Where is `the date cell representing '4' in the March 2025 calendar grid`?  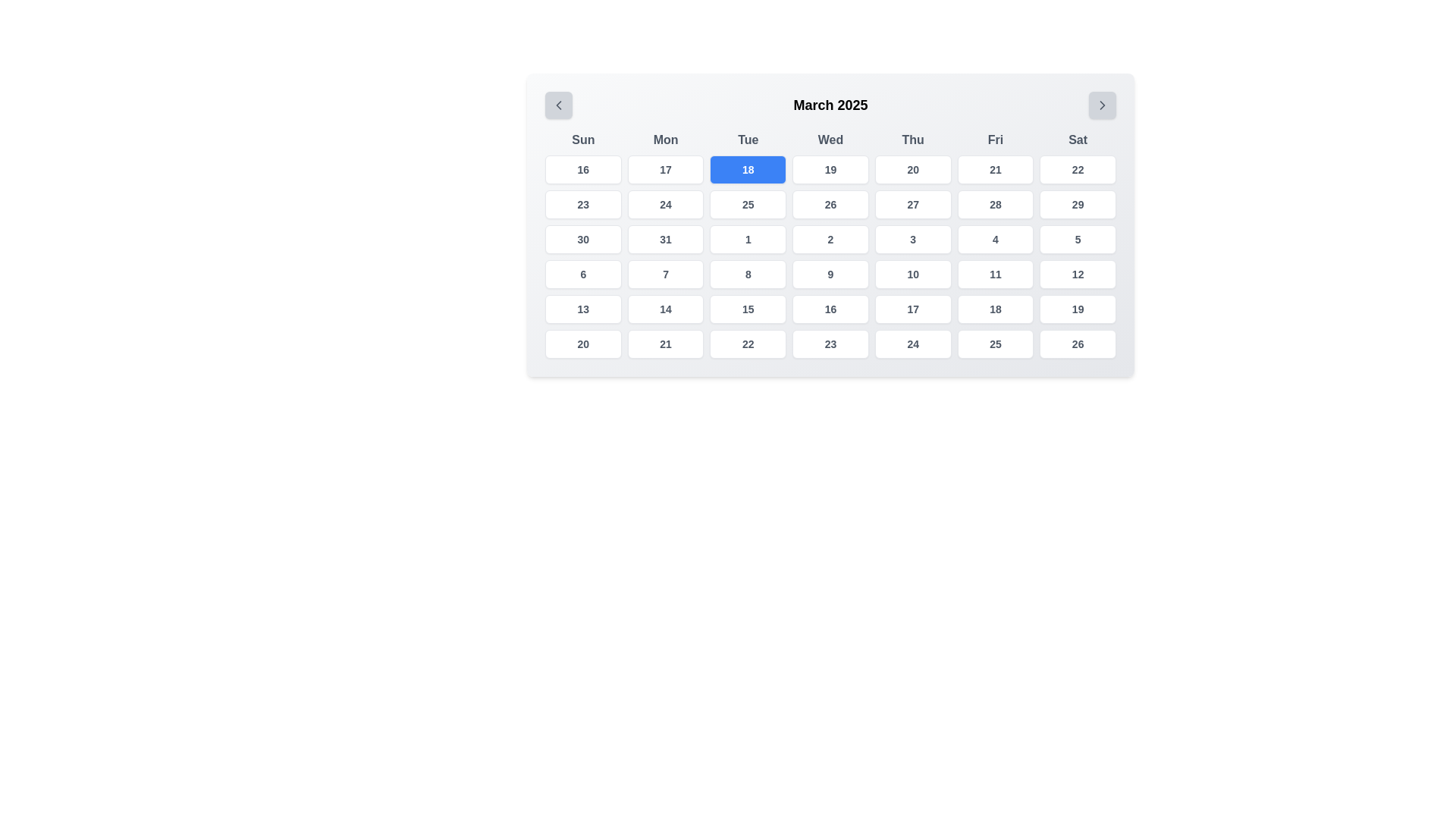 the date cell representing '4' in the March 2025 calendar grid is located at coordinates (995, 239).